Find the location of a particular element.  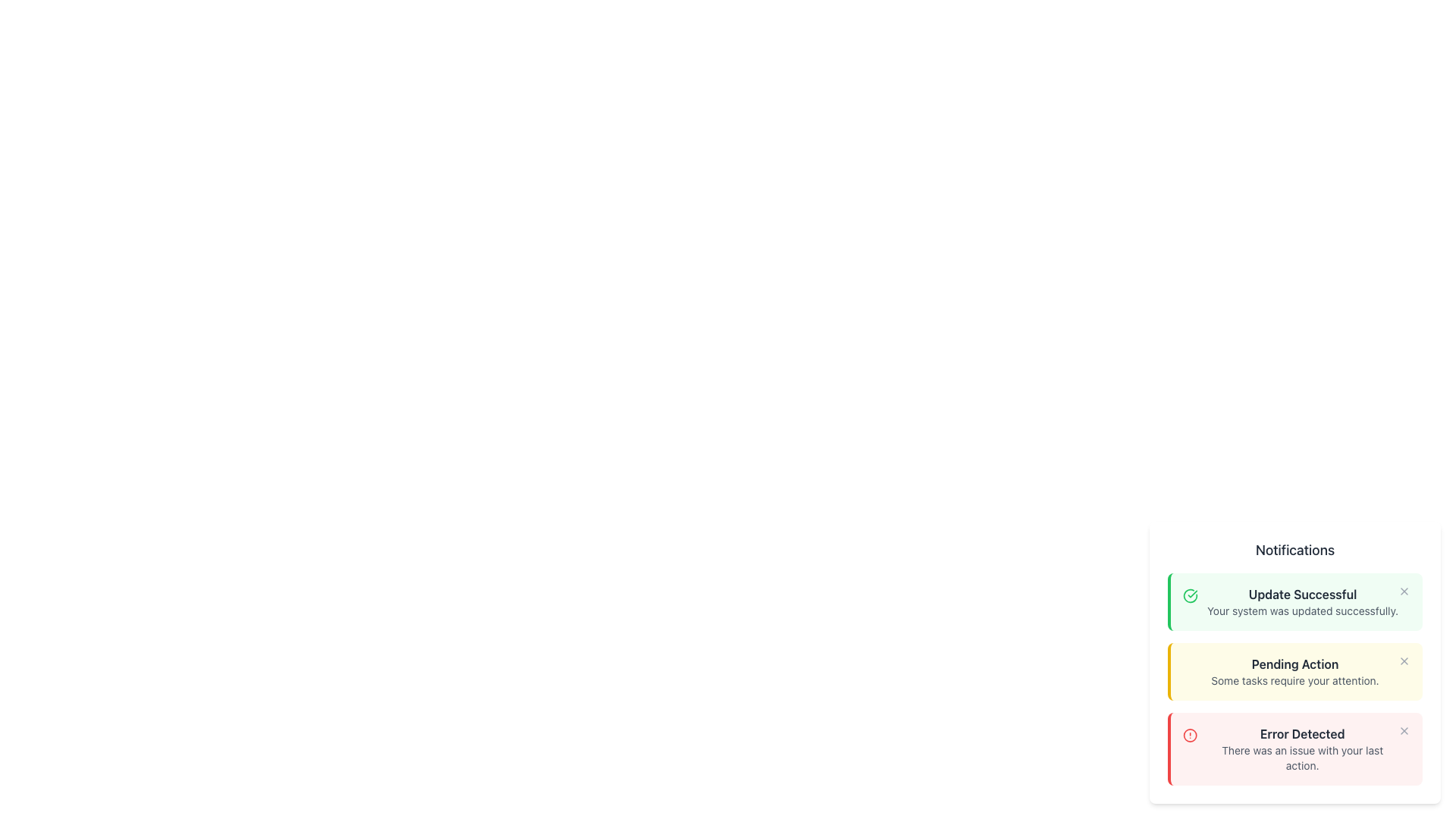

text content of the 'Pending Action' label displayed in a bold serif font within the notification card is located at coordinates (1294, 663).